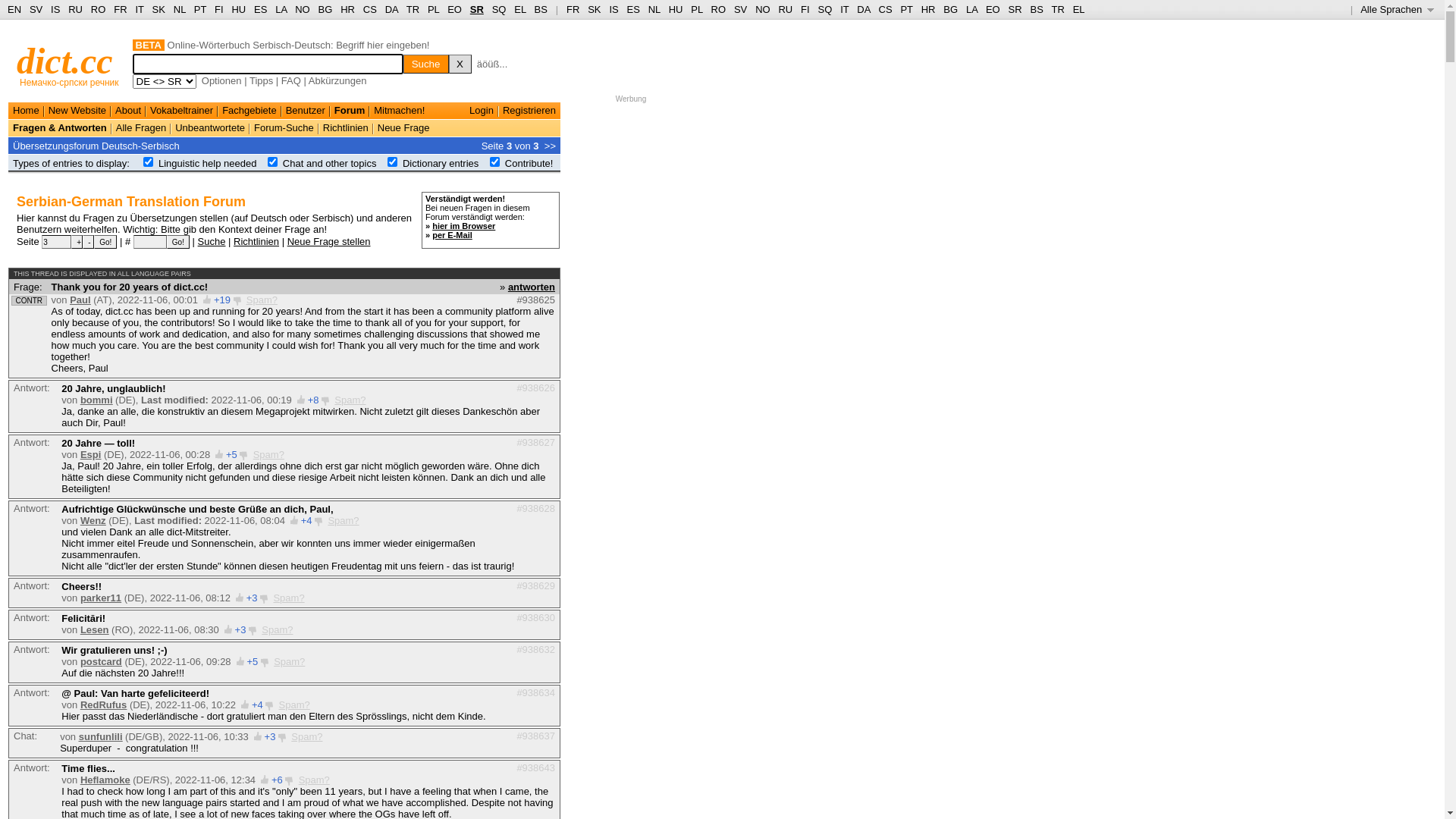  I want to click on '#938625', so click(535, 300).